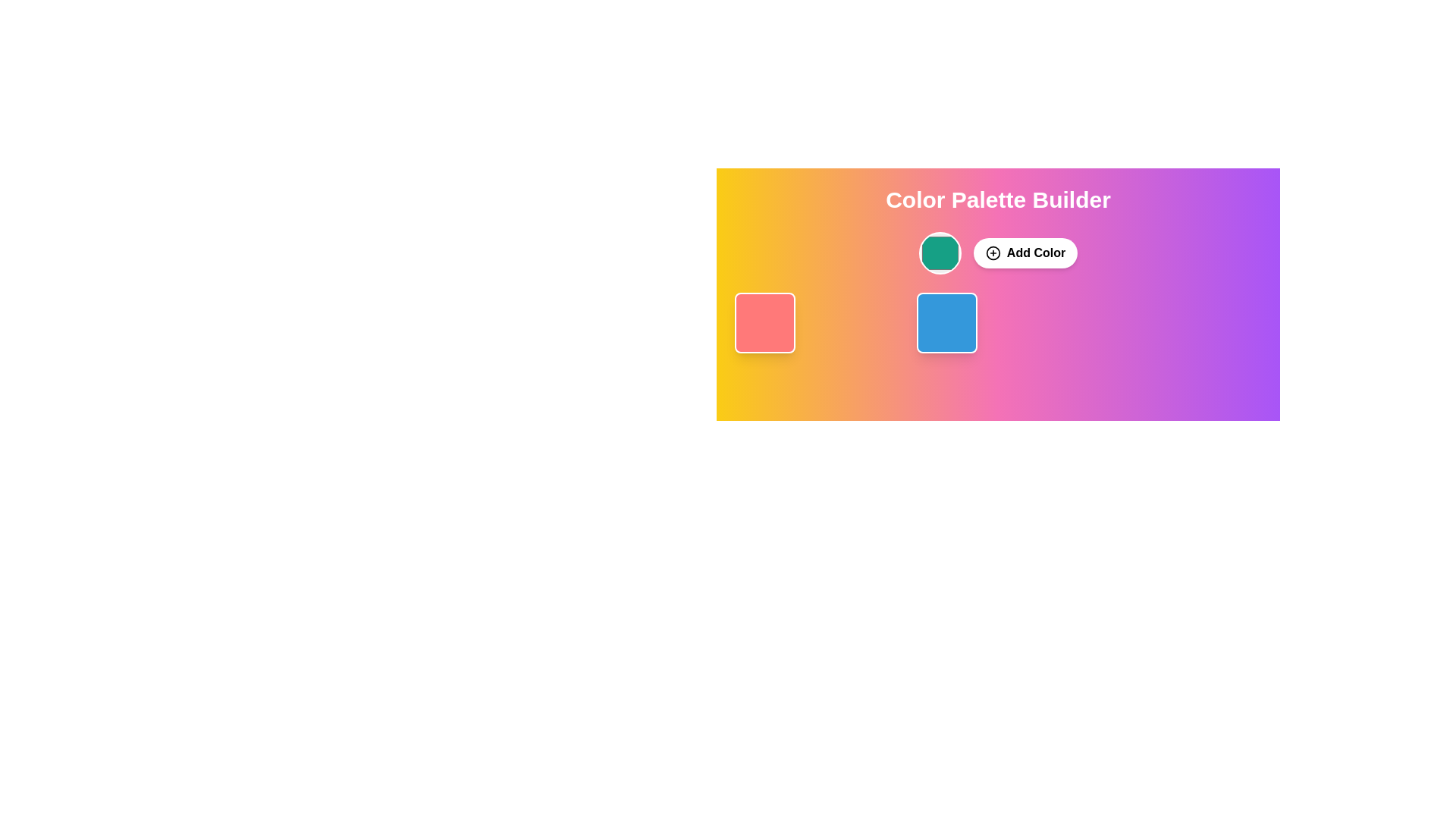 The height and width of the screenshot is (819, 1456). Describe the element at coordinates (997, 322) in the screenshot. I see `the second tile in the second row of the color palette grid` at that location.